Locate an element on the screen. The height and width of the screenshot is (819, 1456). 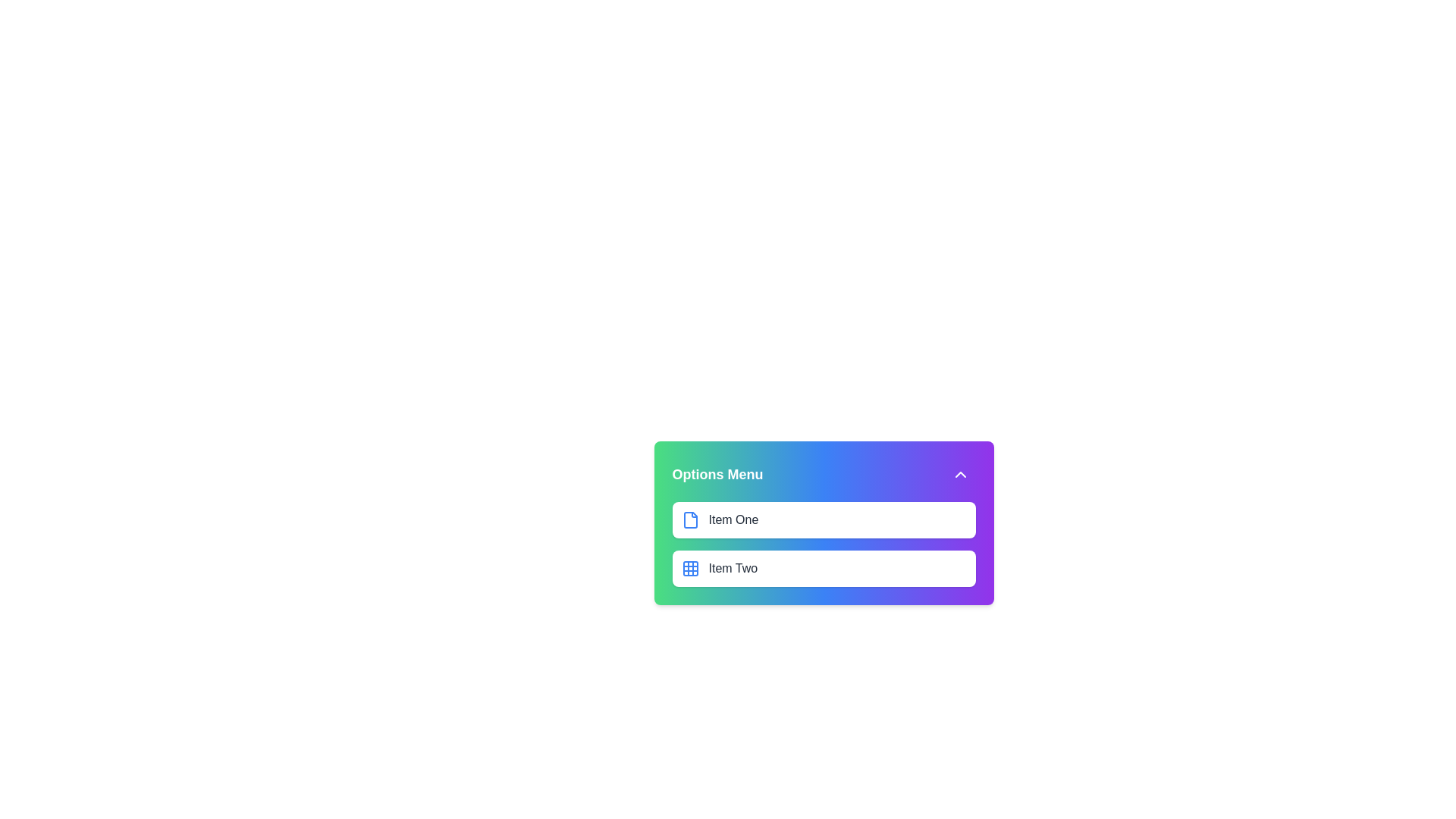
the first icon in the Options Menu, located to the left of the text label 'Item One' is located at coordinates (689, 519).